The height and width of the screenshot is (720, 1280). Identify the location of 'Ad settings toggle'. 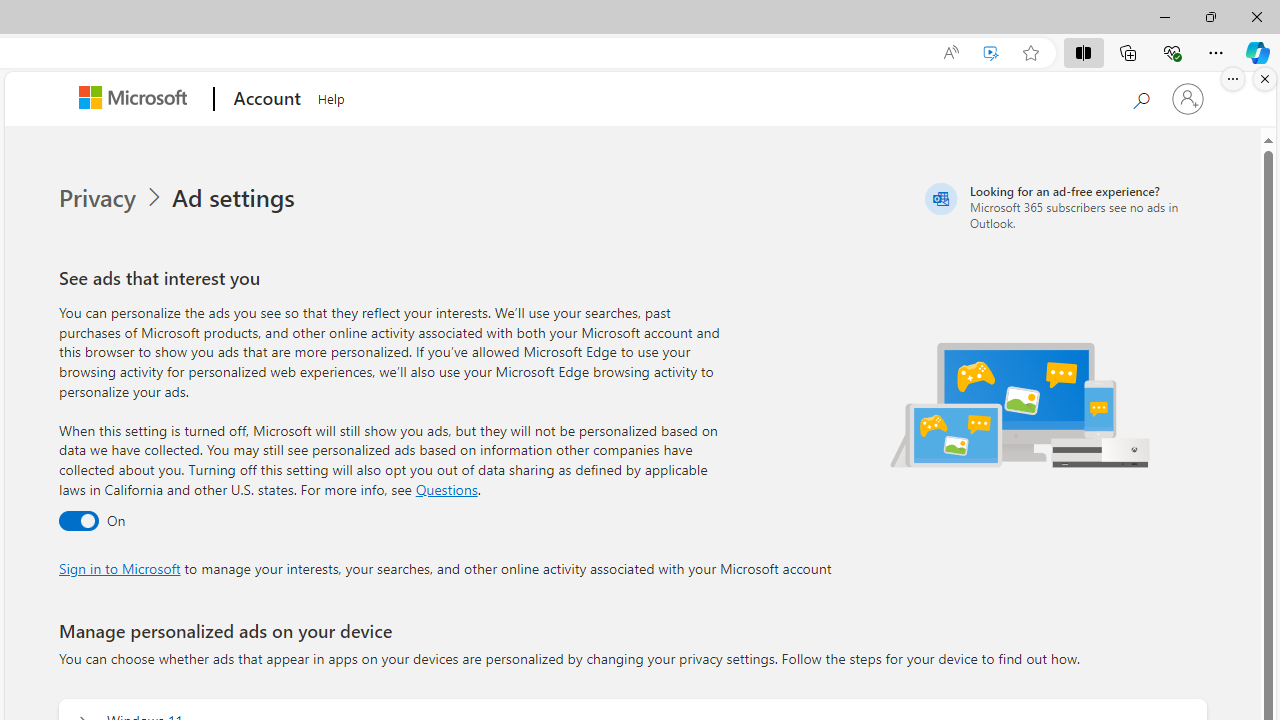
(78, 520).